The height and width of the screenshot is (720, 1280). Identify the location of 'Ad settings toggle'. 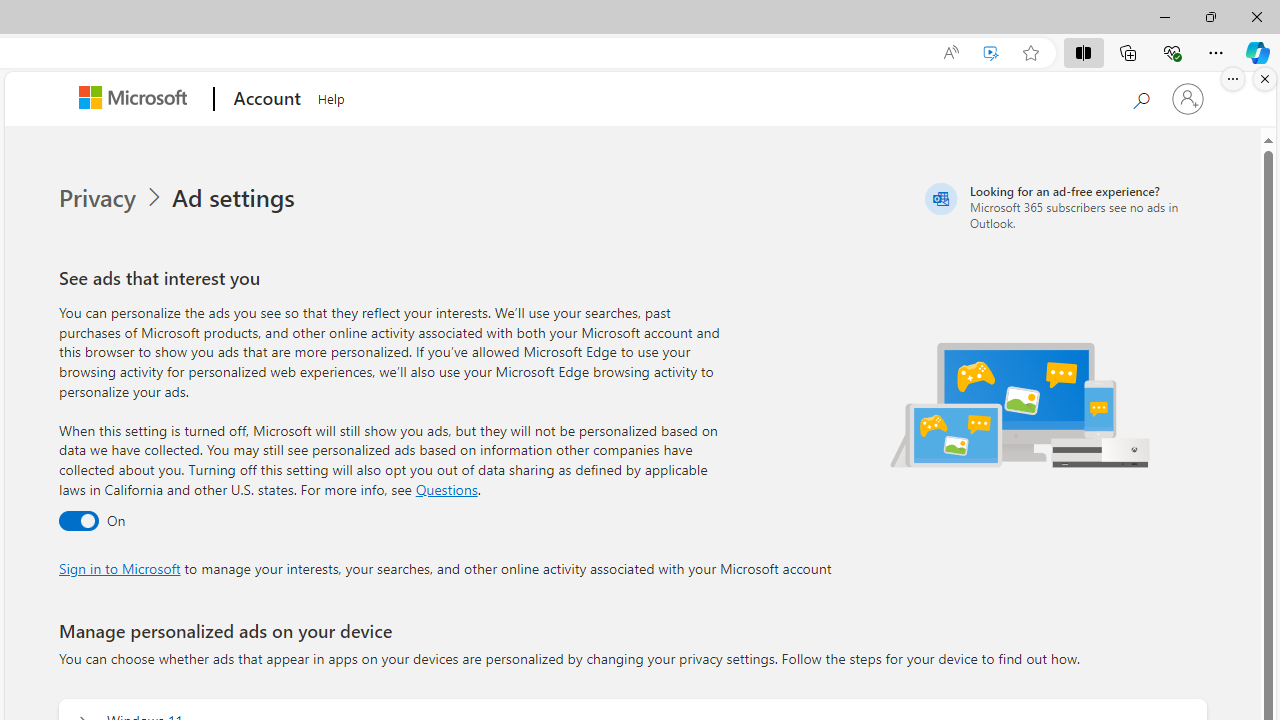
(78, 520).